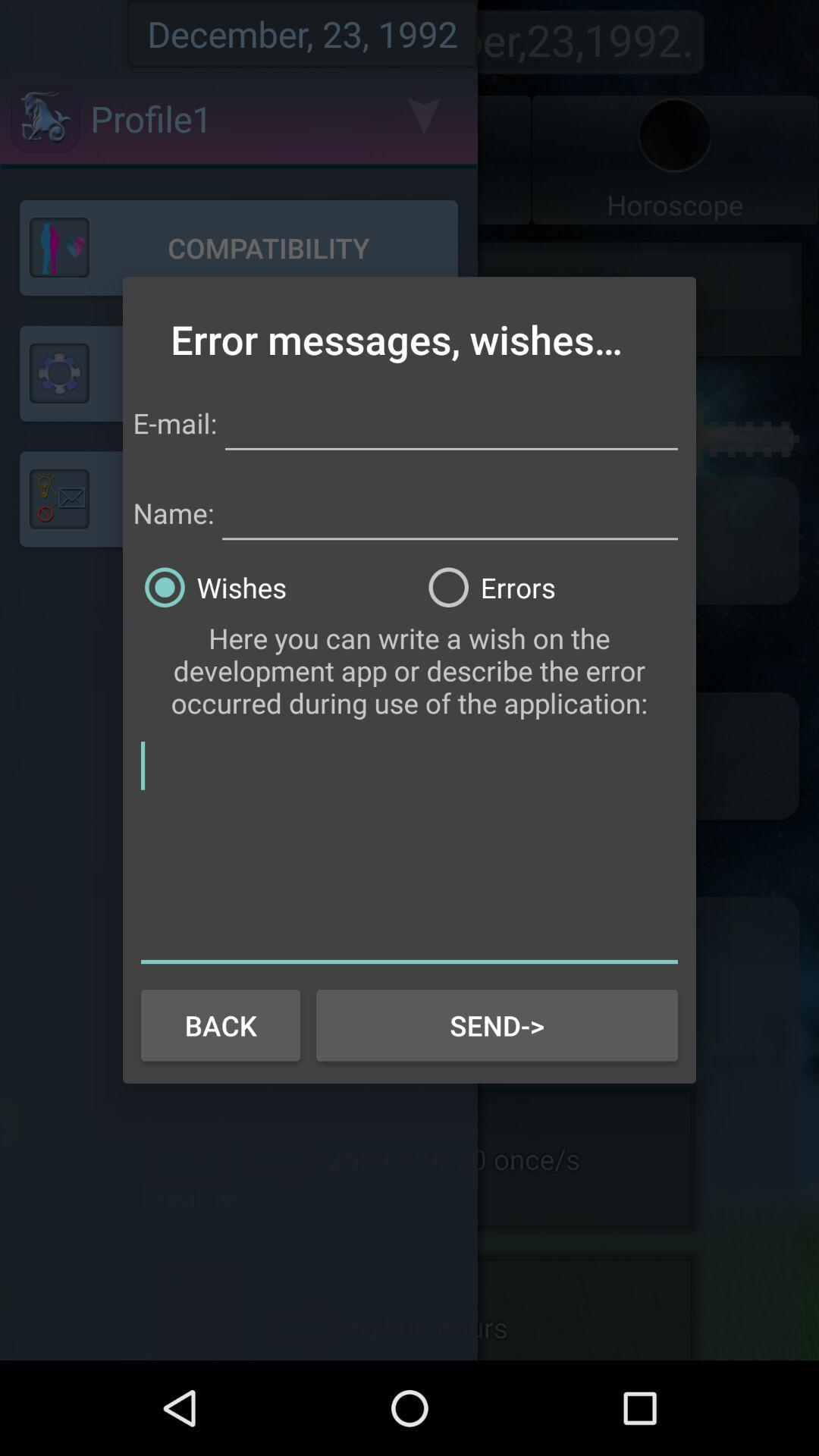 Image resolution: width=819 pixels, height=1456 pixels. What do you see at coordinates (449, 510) in the screenshot?
I see `input name` at bounding box center [449, 510].